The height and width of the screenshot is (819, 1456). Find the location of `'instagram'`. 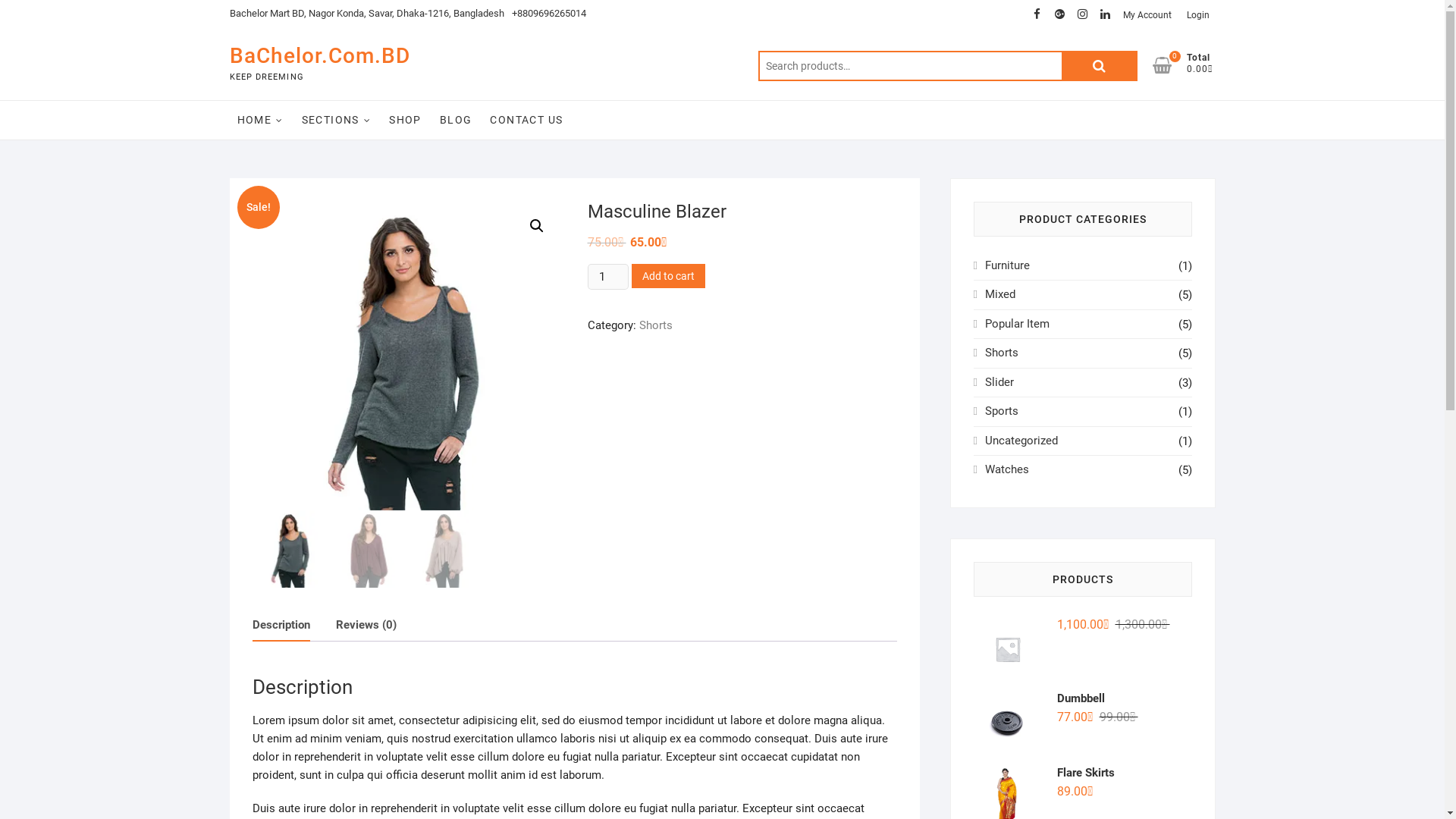

'instagram' is located at coordinates (1081, 14).